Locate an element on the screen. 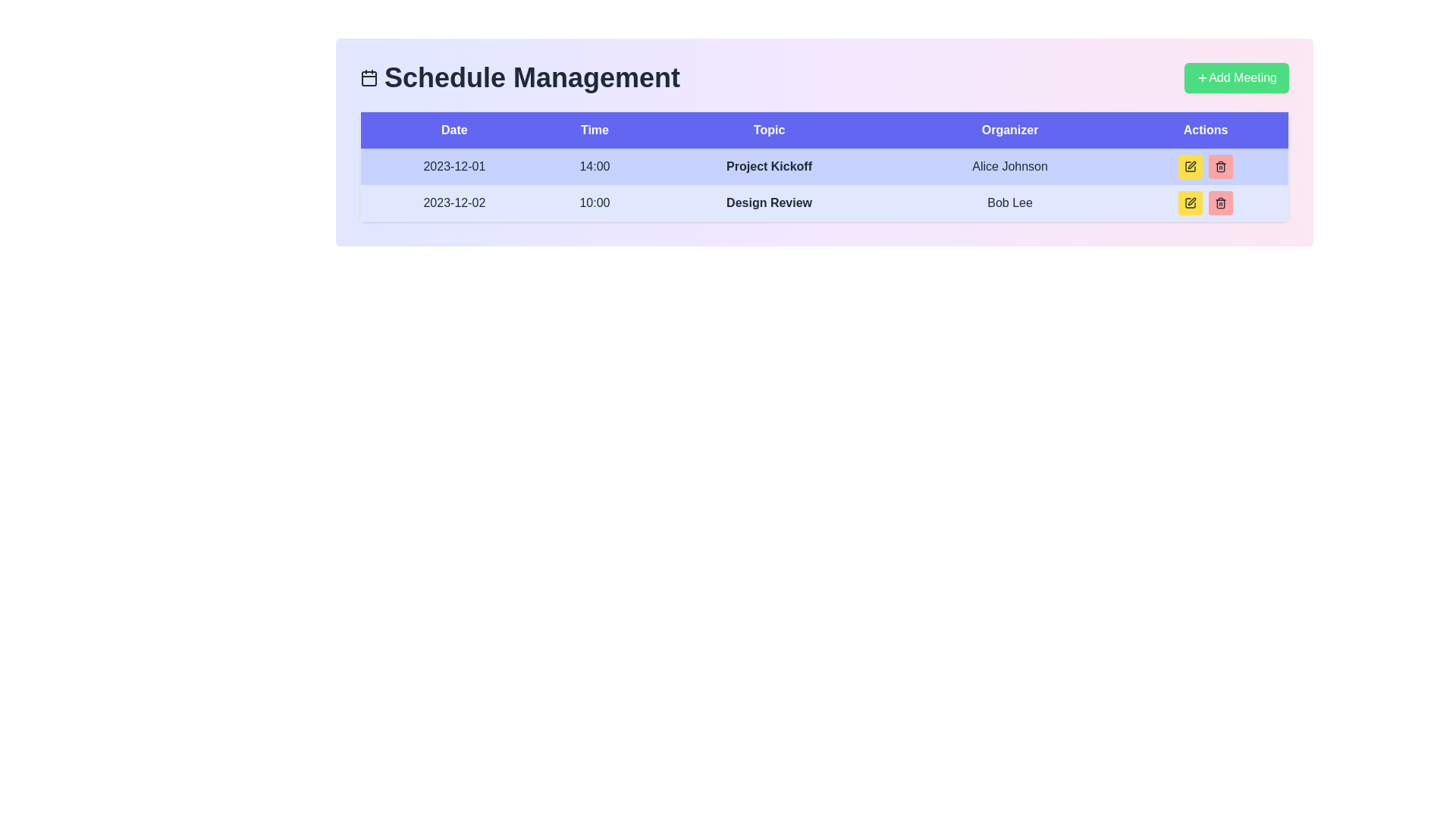 The image size is (1456, 819). the Text display field showing '14:00' in the 'Time' column of the table for '2023-12-01' is located at coordinates (594, 166).